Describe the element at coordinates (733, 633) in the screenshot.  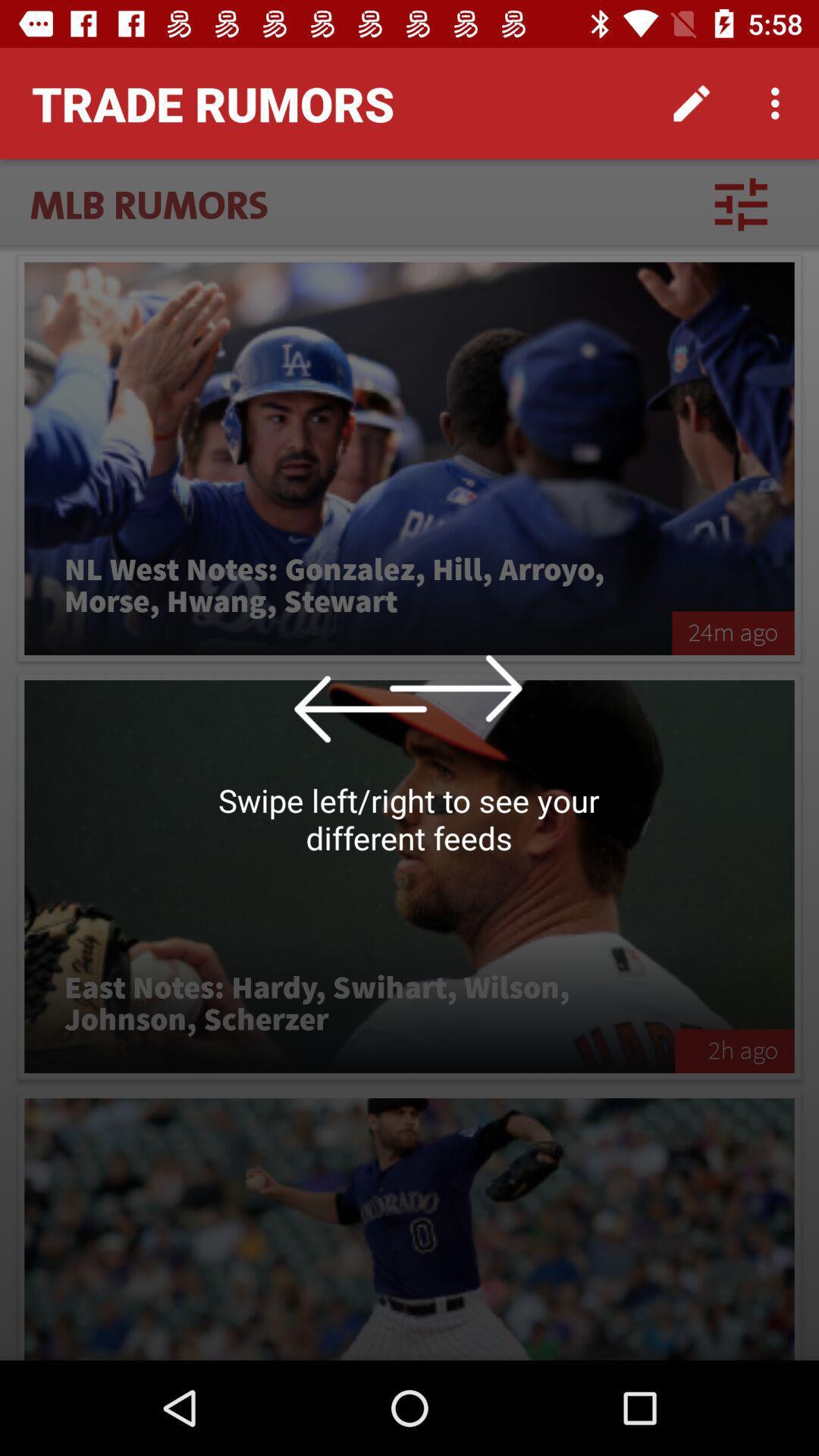
I see `the 24m ago icon` at that location.